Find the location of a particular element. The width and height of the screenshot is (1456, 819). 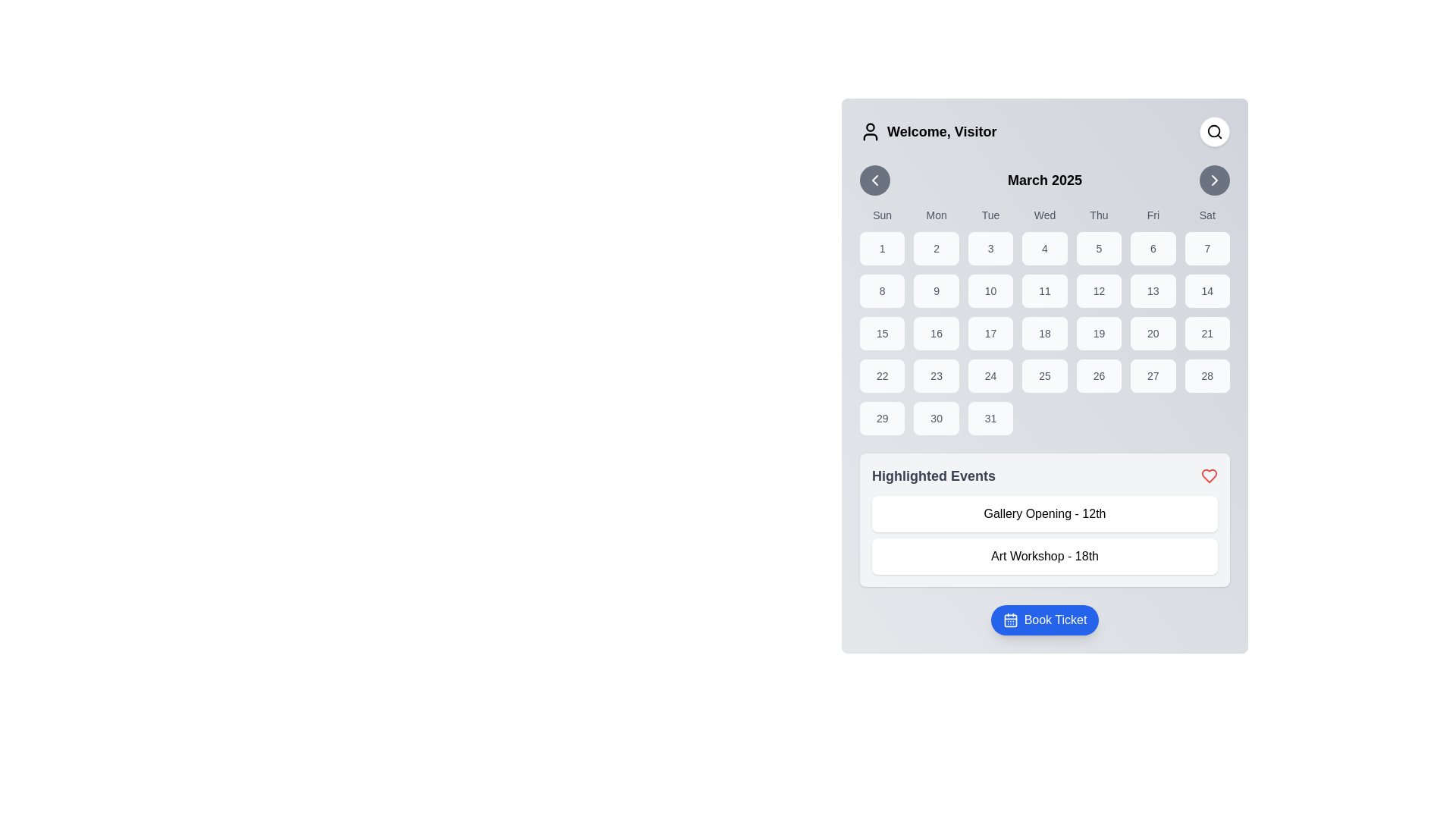

the button representing the calendar day '22' located in the fourth row and first column of the calendar grid is located at coordinates (882, 375).